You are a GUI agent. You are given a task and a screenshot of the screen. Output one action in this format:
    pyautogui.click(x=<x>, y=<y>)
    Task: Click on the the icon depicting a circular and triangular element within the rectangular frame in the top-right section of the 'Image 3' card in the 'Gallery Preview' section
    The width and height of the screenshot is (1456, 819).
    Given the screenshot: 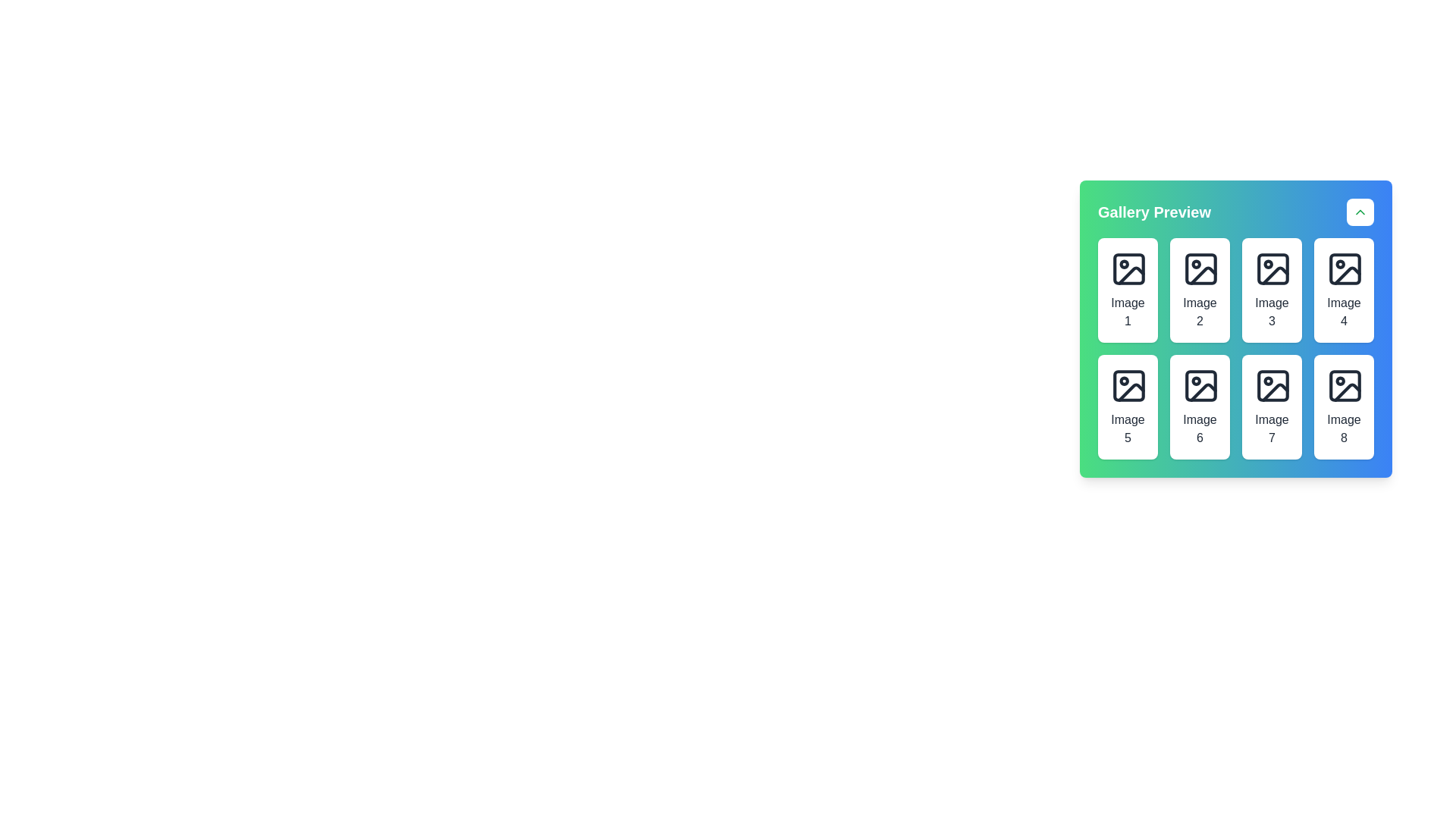 What is the action you would take?
    pyautogui.click(x=1273, y=268)
    